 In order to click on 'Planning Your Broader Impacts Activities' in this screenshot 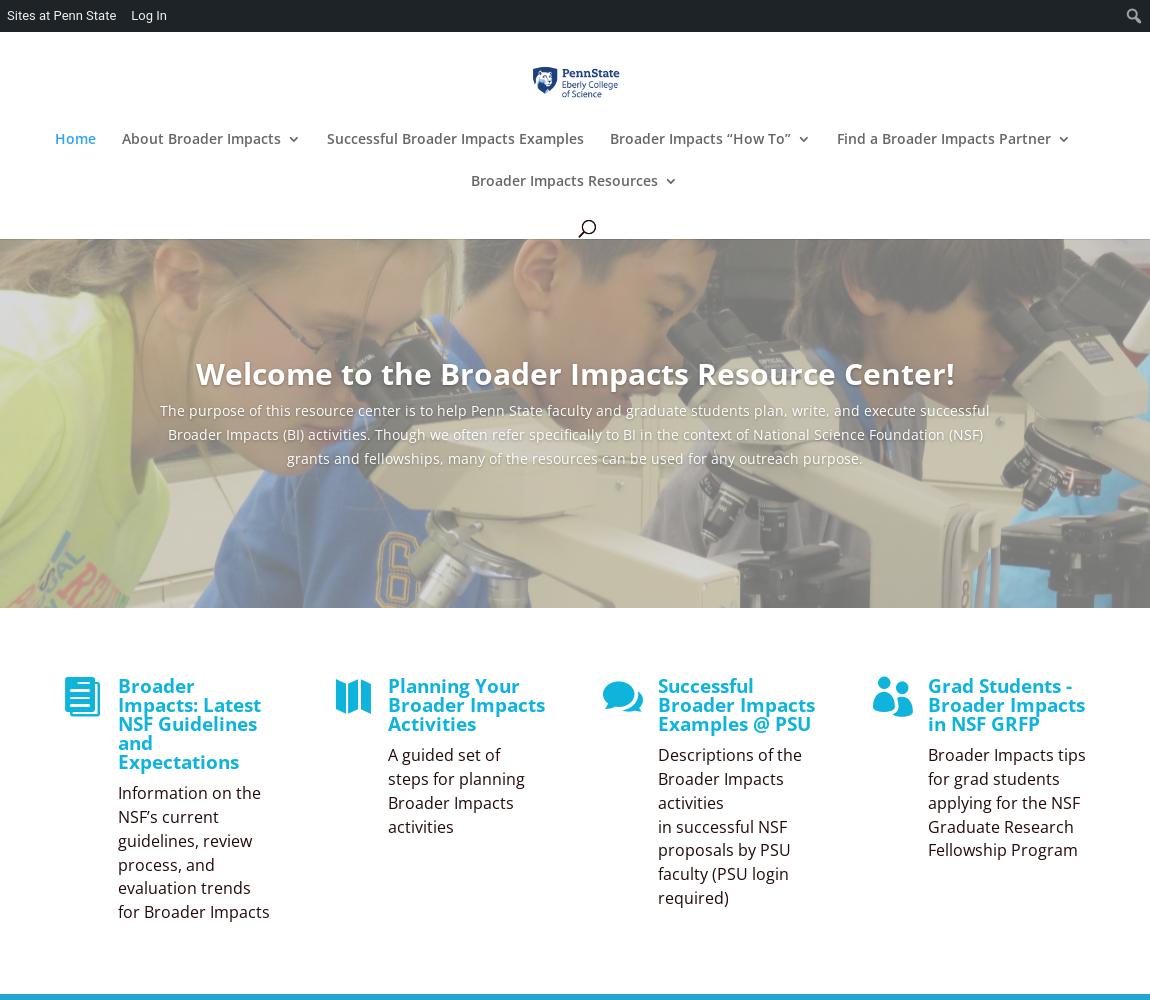, I will do `click(388, 704)`.